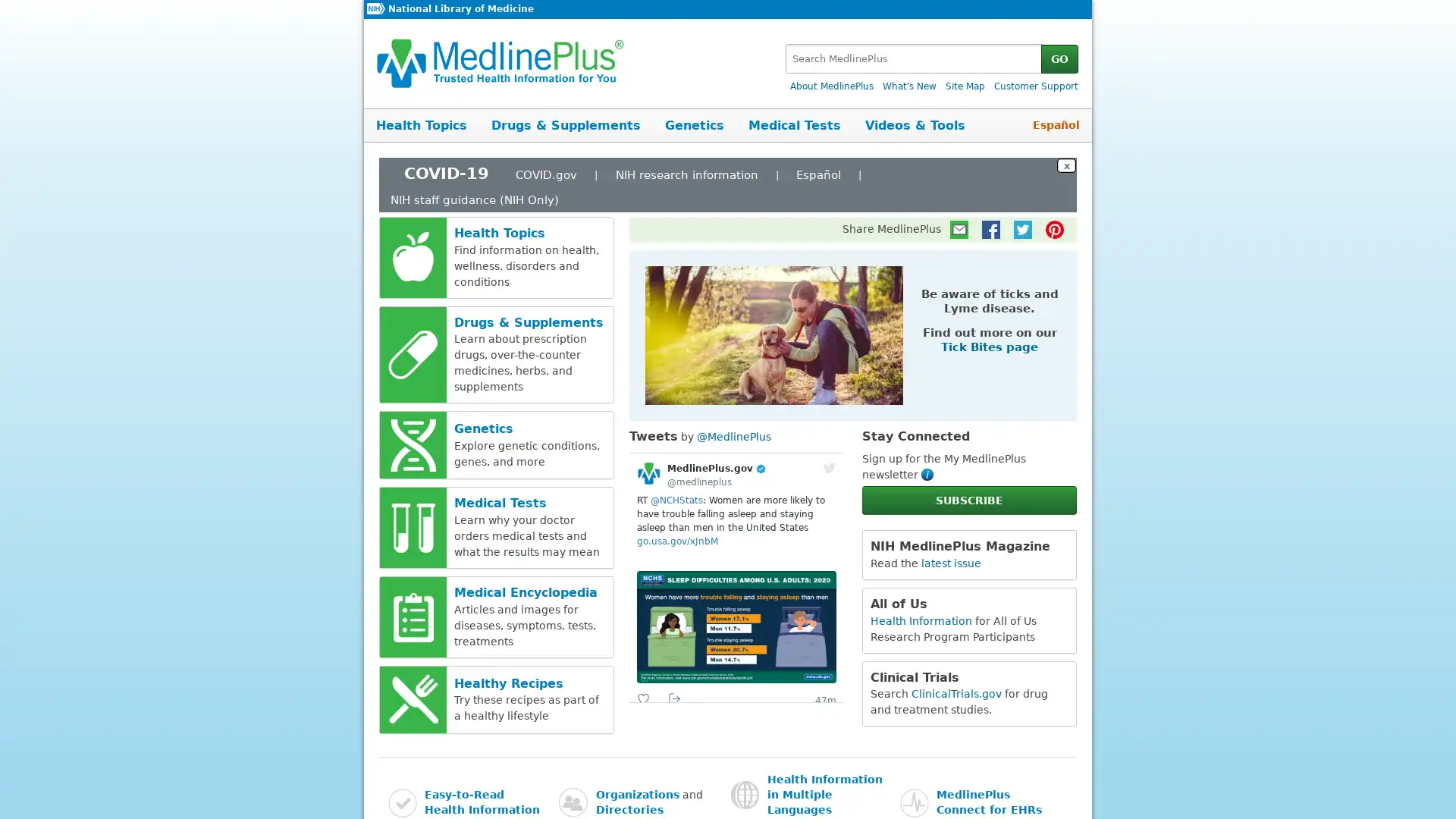 The width and height of the screenshot is (1456, 819). Describe the element at coordinates (1059, 58) in the screenshot. I see `GO` at that location.